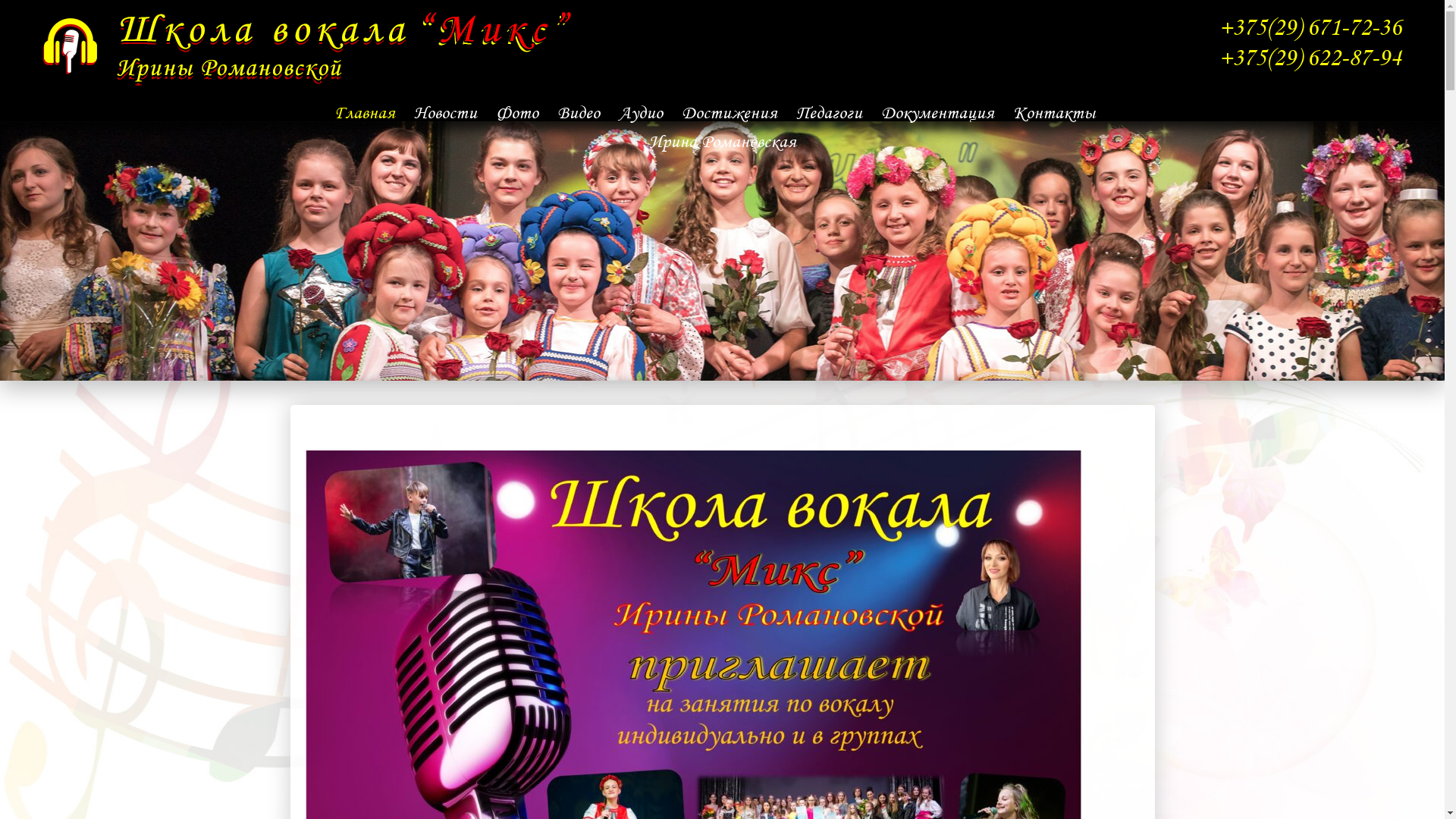  Describe the element at coordinates (1309, 56) in the screenshot. I see `'+375(29) 622-87-94'` at that location.